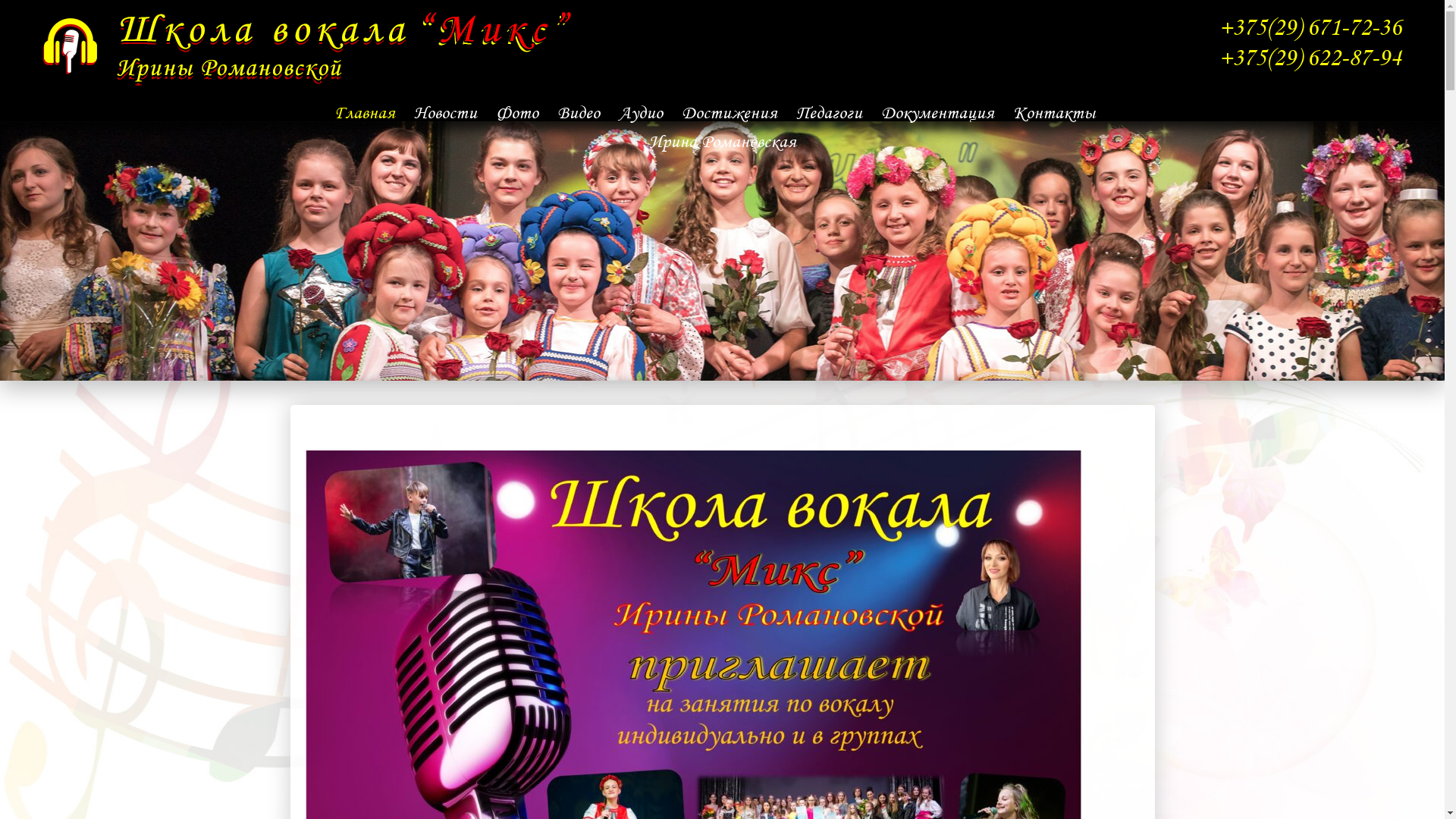  Describe the element at coordinates (1309, 56) in the screenshot. I see `'+375(29) 622-87-94'` at that location.